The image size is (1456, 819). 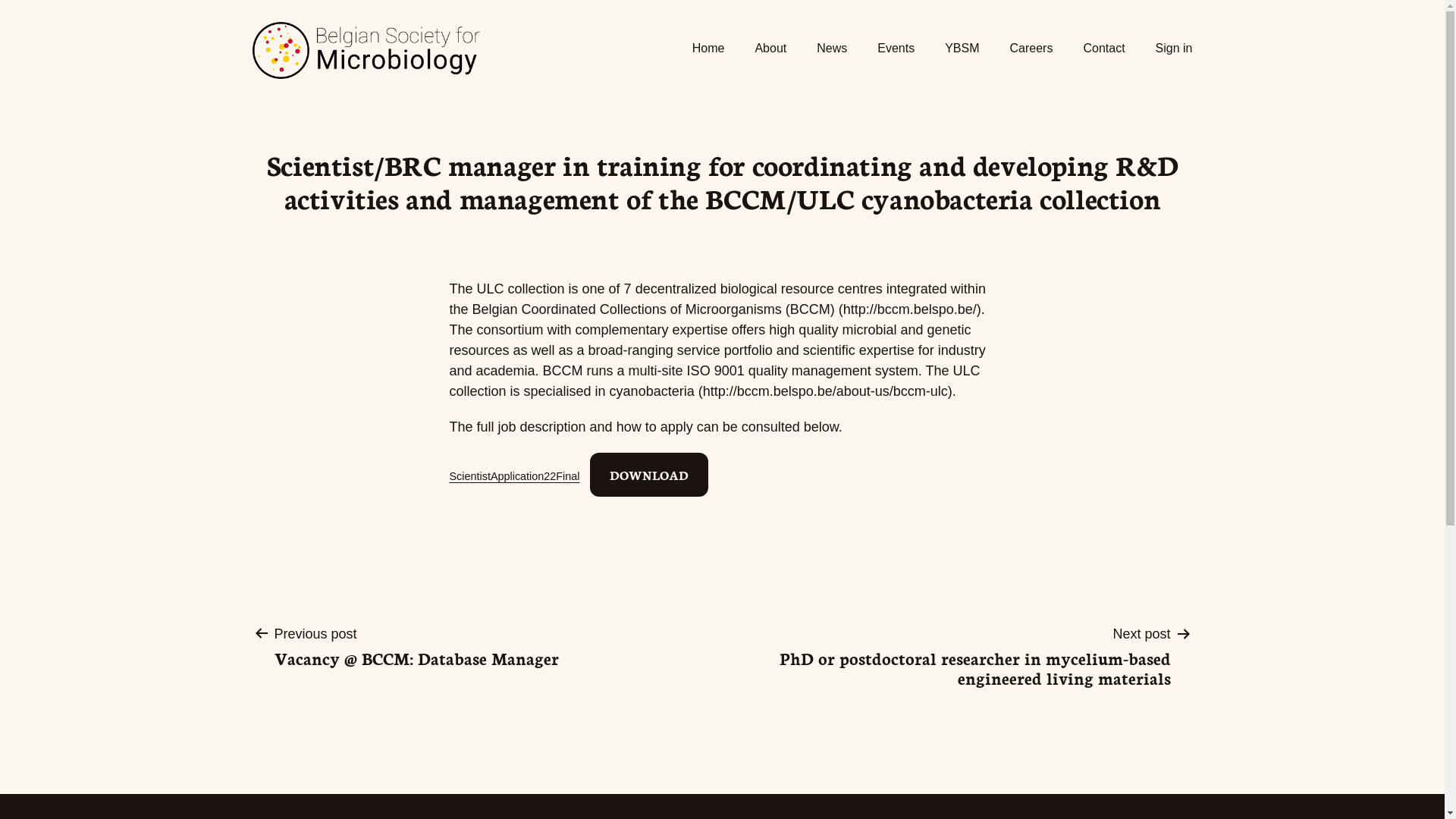 I want to click on 'About', so click(x=770, y=48).